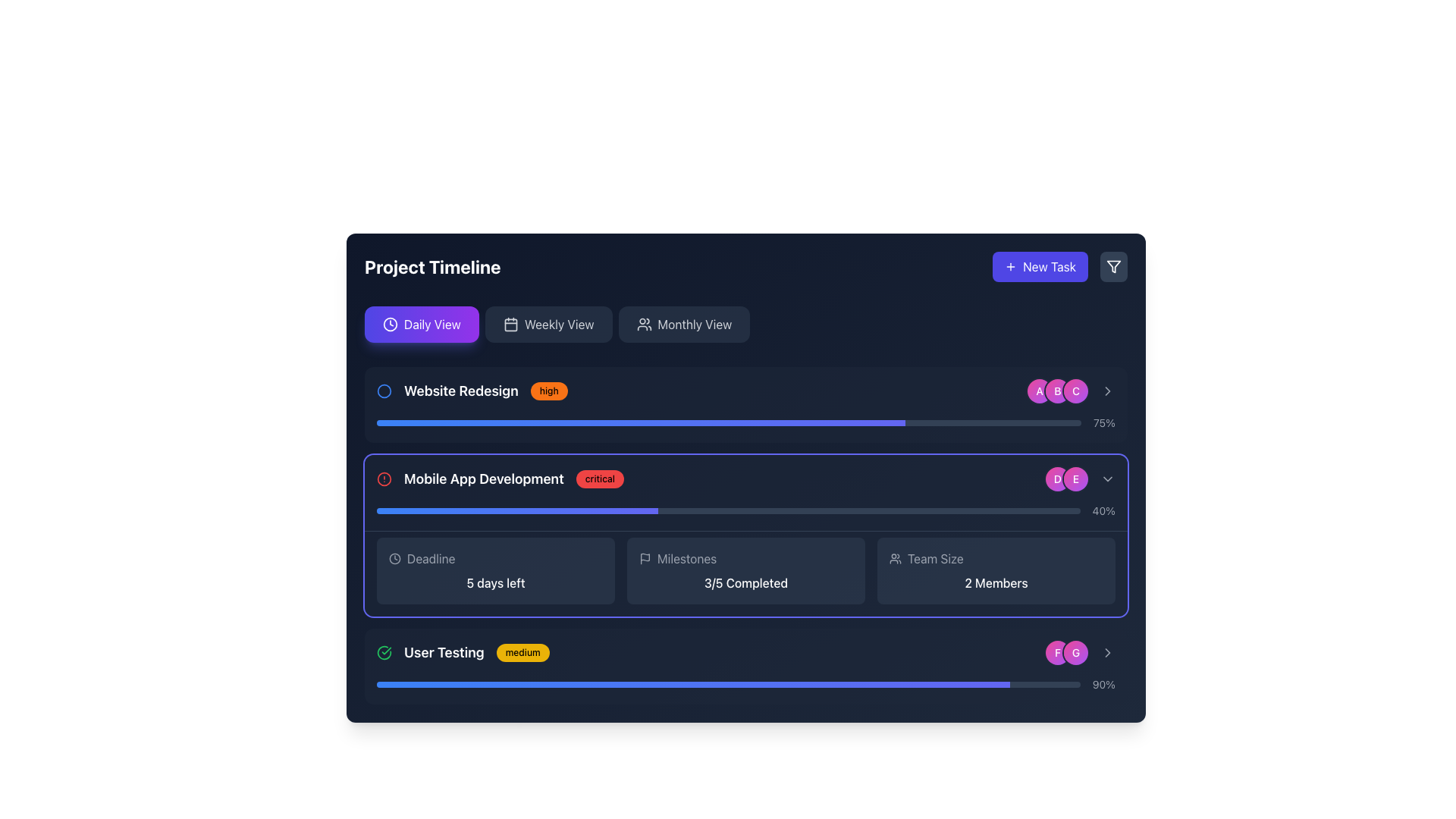 This screenshot has width=1456, height=819. What do you see at coordinates (471, 391) in the screenshot?
I see `the orange priority badge labeled 'high' in the task list interface` at bounding box center [471, 391].